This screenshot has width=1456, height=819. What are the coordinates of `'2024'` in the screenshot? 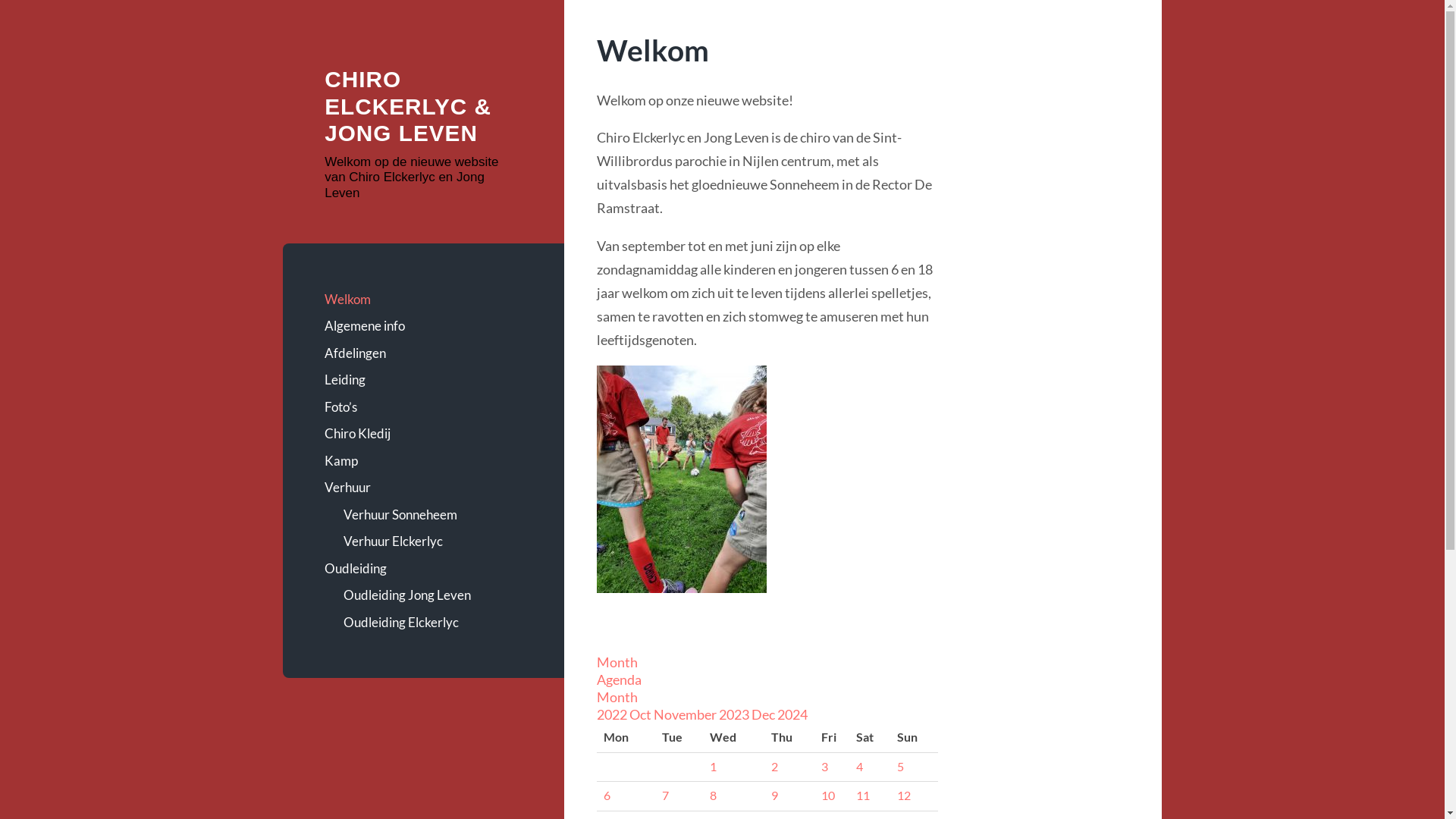 It's located at (777, 714).